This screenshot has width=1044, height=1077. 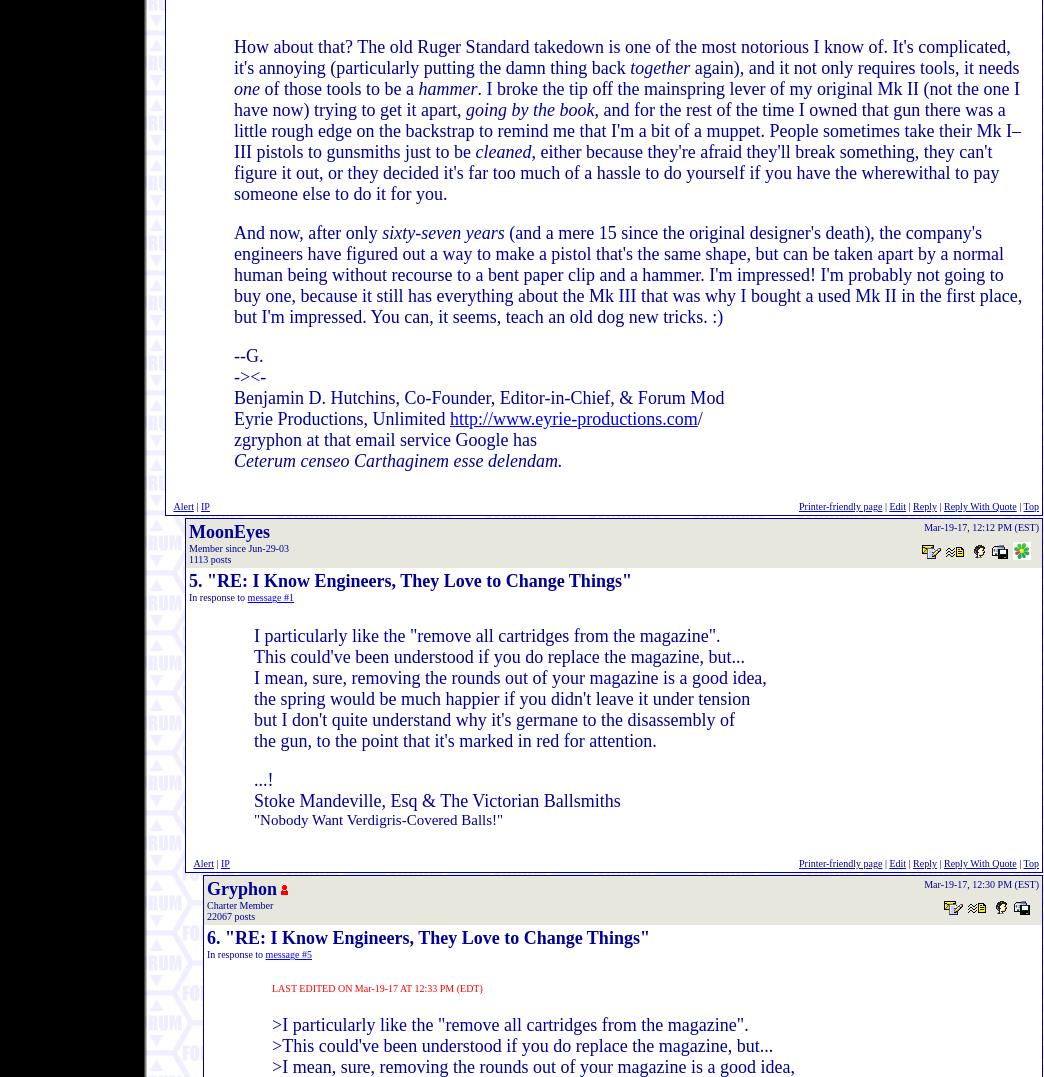 What do you see at coordinates (522, 1045) in the screenshot?
I see `'>This could've been understood if you do replace the magazine, but...'` at bounding box center [522, 1045].